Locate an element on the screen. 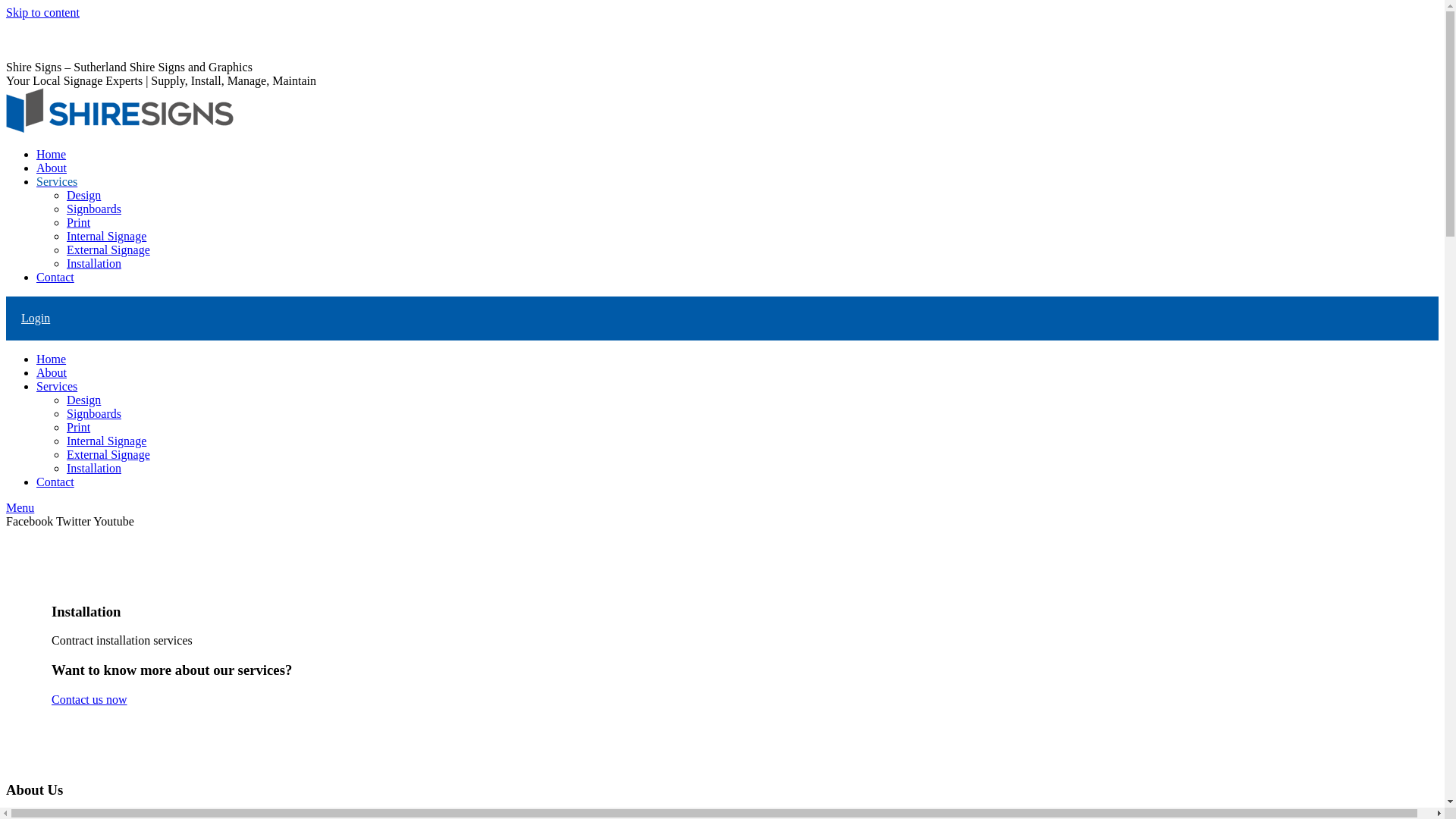 Image resolution: width=1456 pixels, height=819 pixels. 'Menu' is located at coordinates (6, 507).